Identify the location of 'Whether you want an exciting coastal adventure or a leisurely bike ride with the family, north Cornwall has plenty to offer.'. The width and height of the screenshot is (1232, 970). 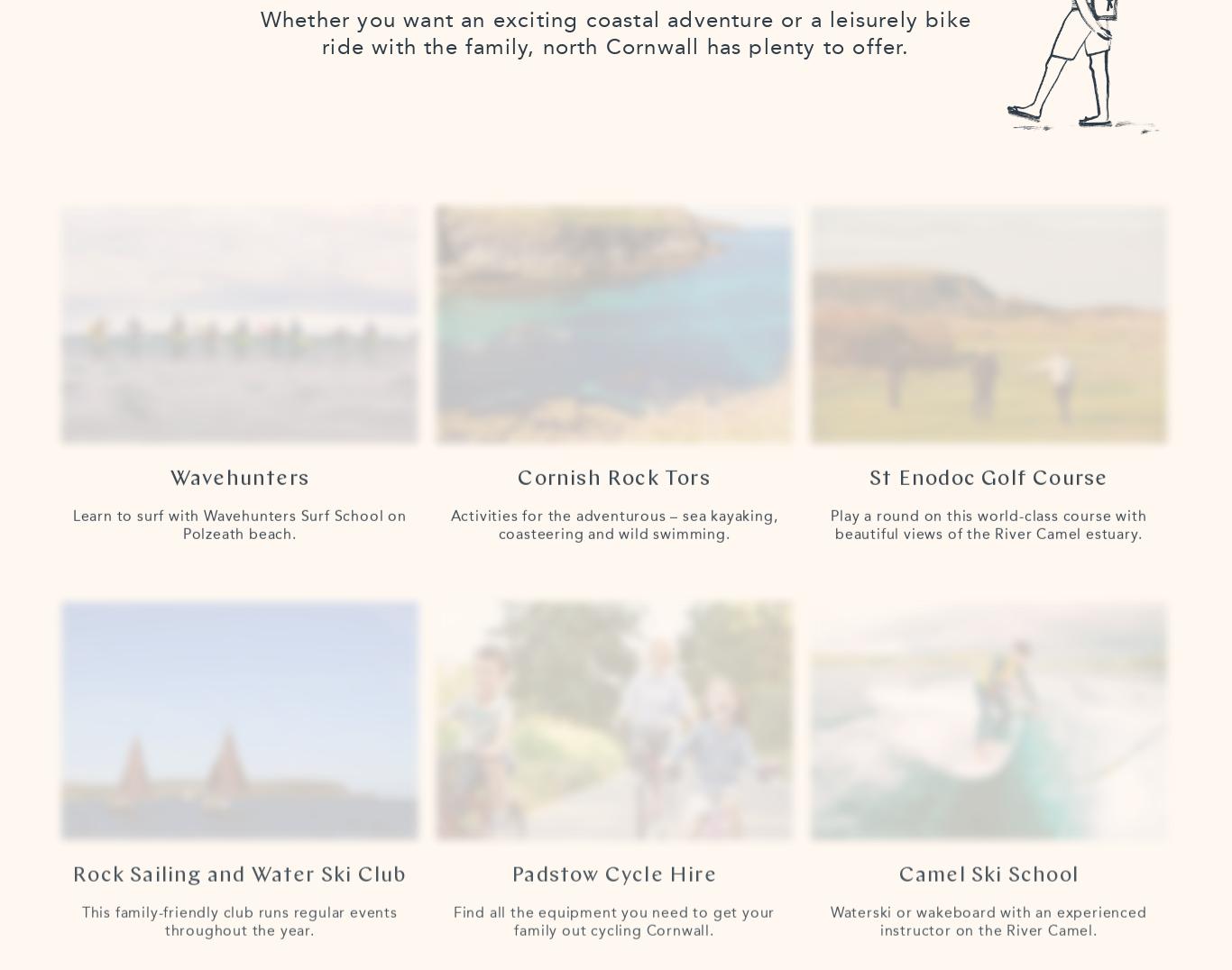
(614, 32).